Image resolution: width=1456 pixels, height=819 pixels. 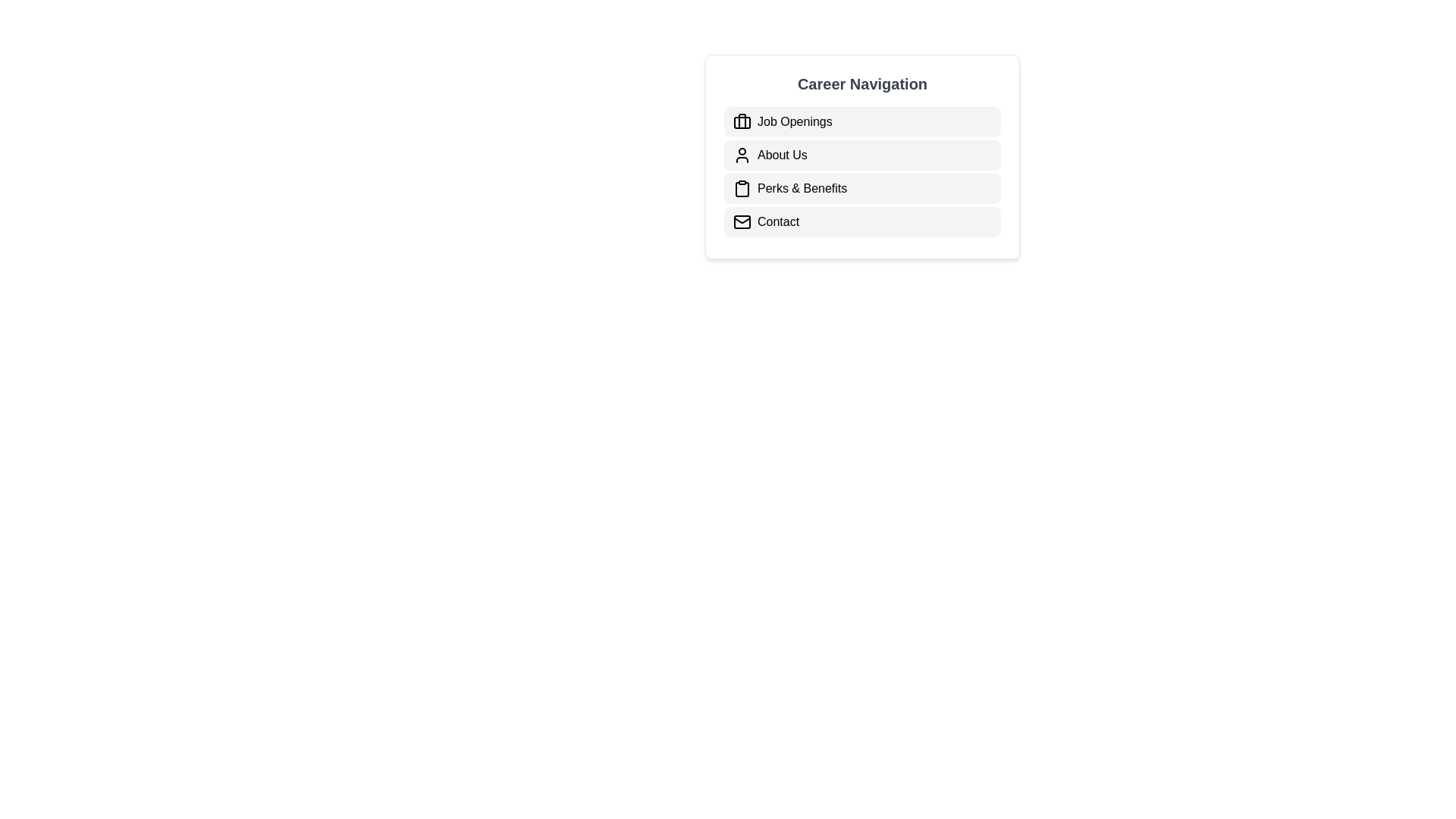 I want to click on the navigation menu item in the 'Career Navigation' section, so click(x=862, y=171).